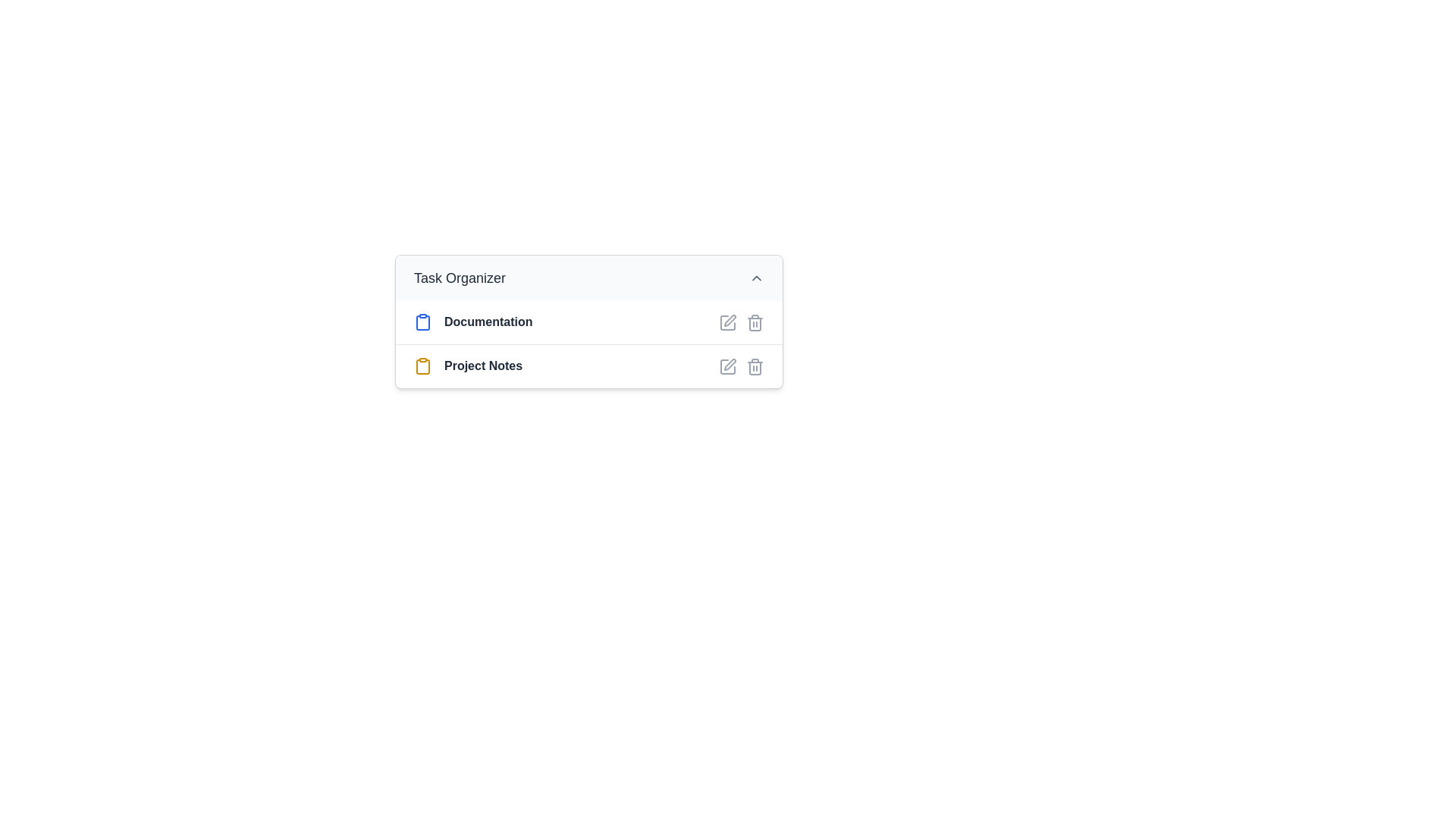  Describe the element at coordinates (422, 322) in the screenshot. I see `the blue clipboard icon located in the left cell of the first row of the table` at that location.